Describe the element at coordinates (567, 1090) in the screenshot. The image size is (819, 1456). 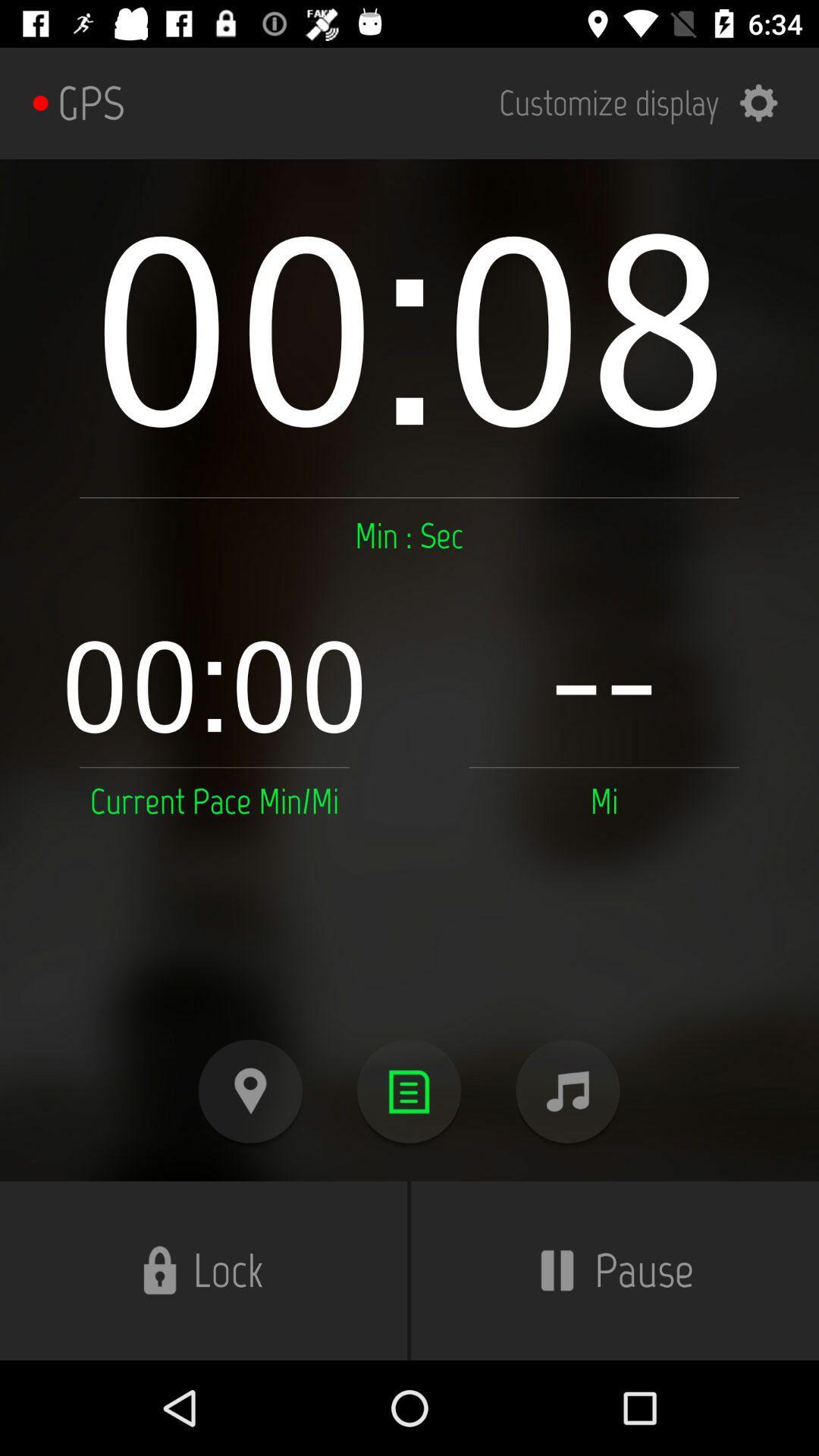
I see `music symbol` at that location.